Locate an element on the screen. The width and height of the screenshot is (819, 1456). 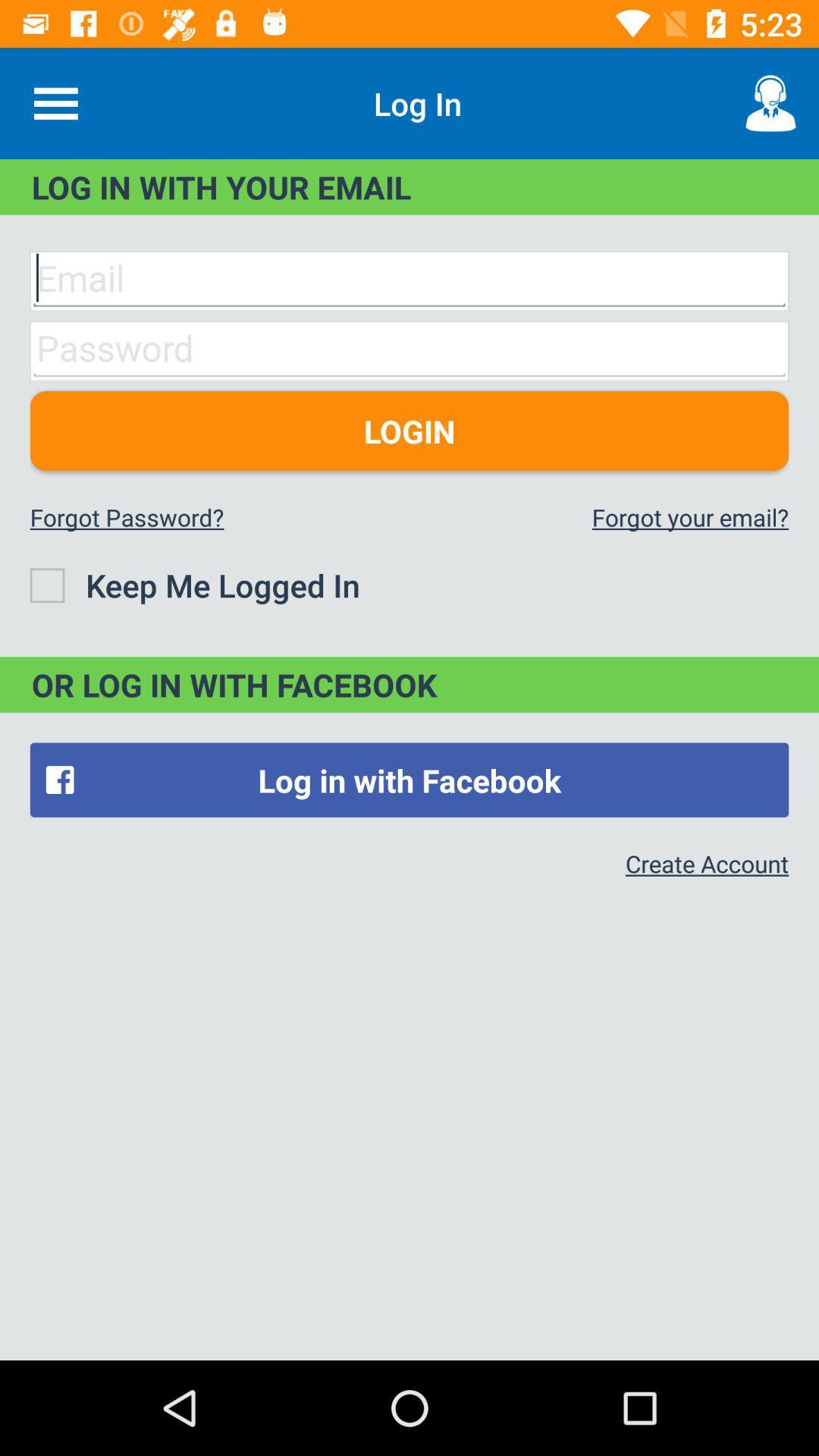
the icon above the or log in icon is located at coordinates (194, 584).